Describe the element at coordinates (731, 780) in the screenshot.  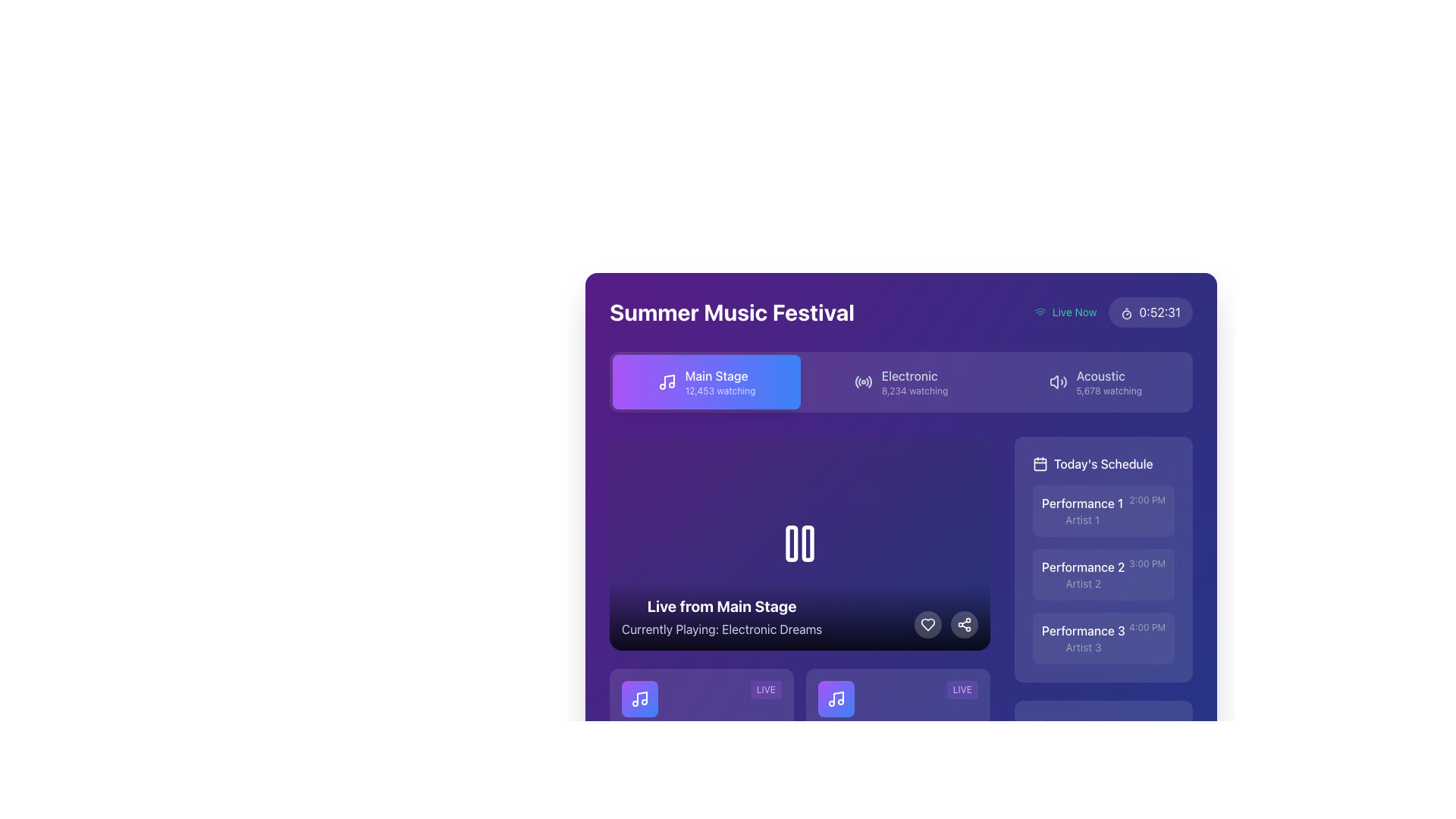
I see `the clock icon, which is a small circular icon with clock hands displayed in white against a darker background, located to the left of the '8:00 PM' text` at that location.